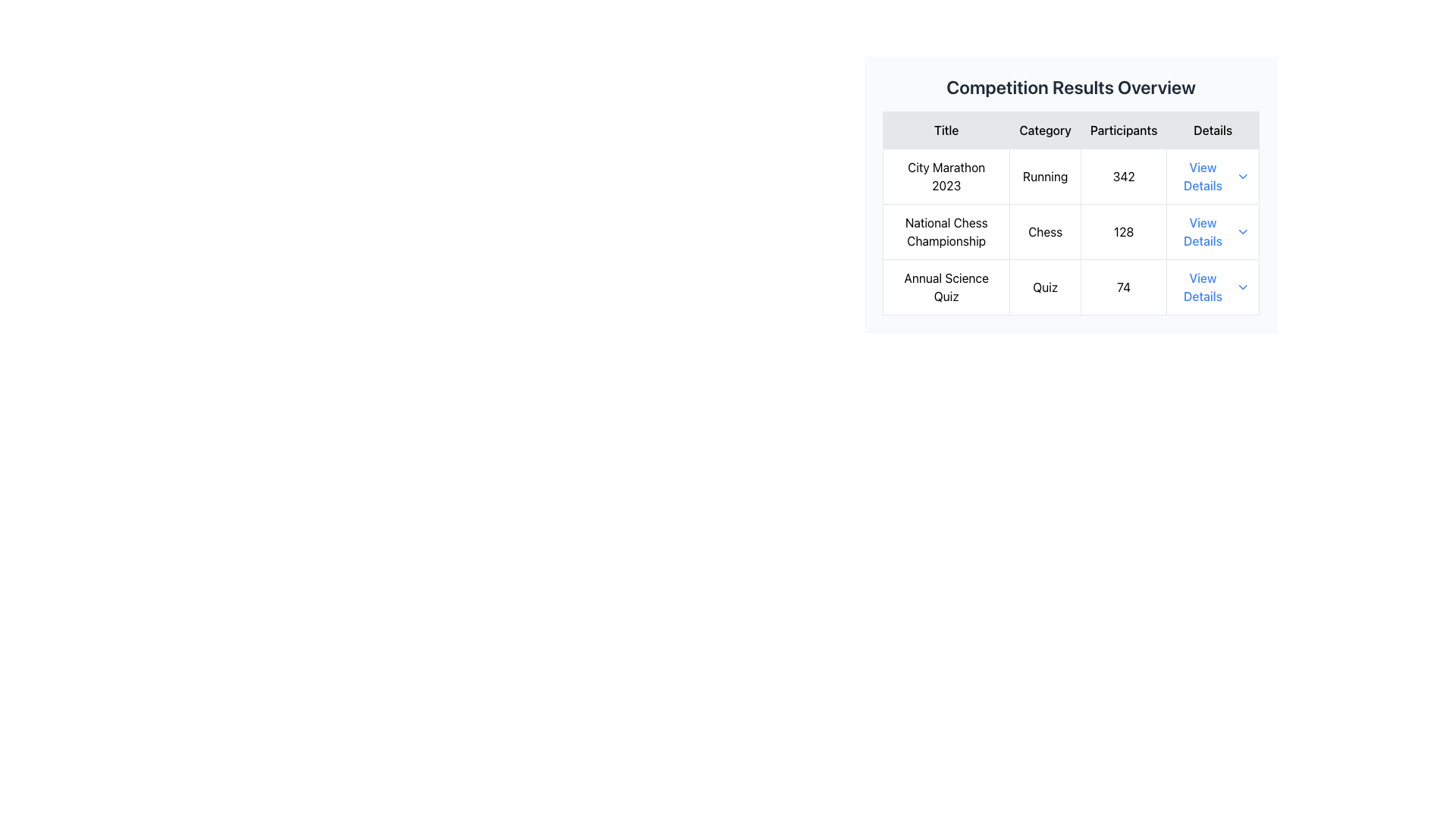 The width and height of the screenshot is (1456, 819). Describe the element at coordinates (1124, 287) in the screenshot. I see `the bold, black number '74' displayed in the 'Participants' column under the 'Annual Science Quiz' row` at that location.